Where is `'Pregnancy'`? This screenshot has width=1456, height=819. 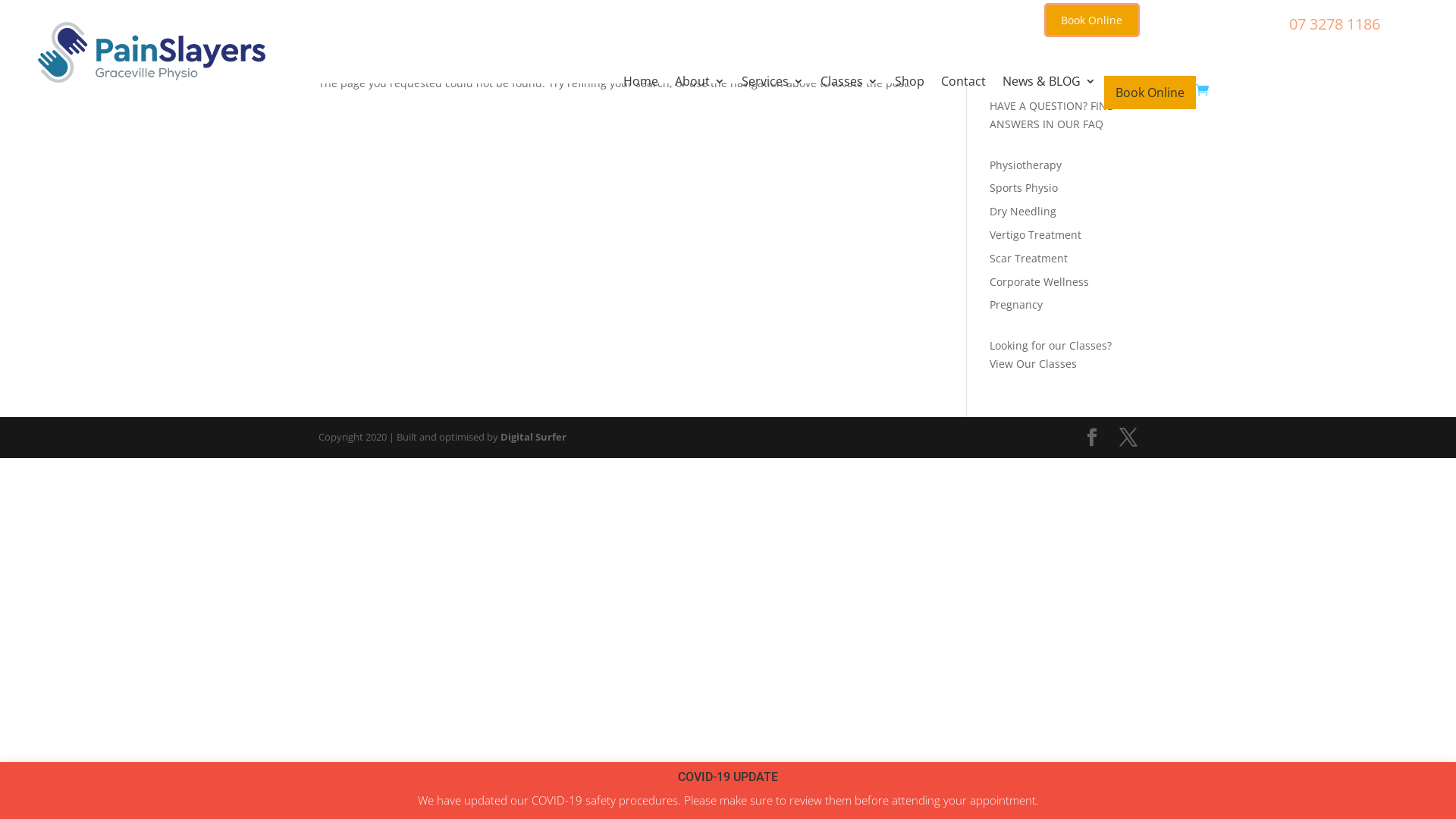
'Pregnancy' is located at coordinates (1015, 304).